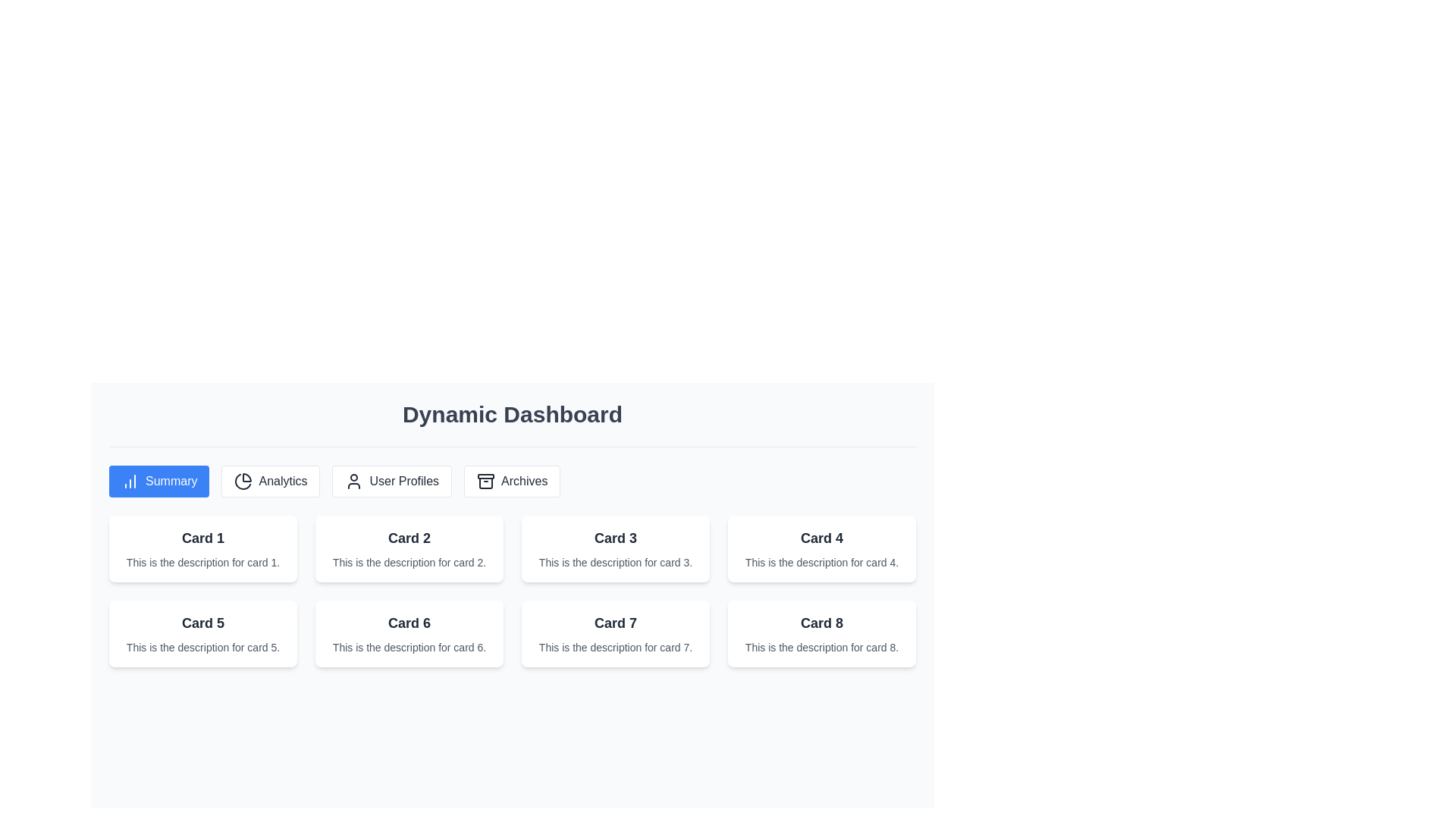 The width and height of the screenshot is (1456, 819). I want to click on the 'Archives' button located in the horizontal navigation bar, so click(512, 482).